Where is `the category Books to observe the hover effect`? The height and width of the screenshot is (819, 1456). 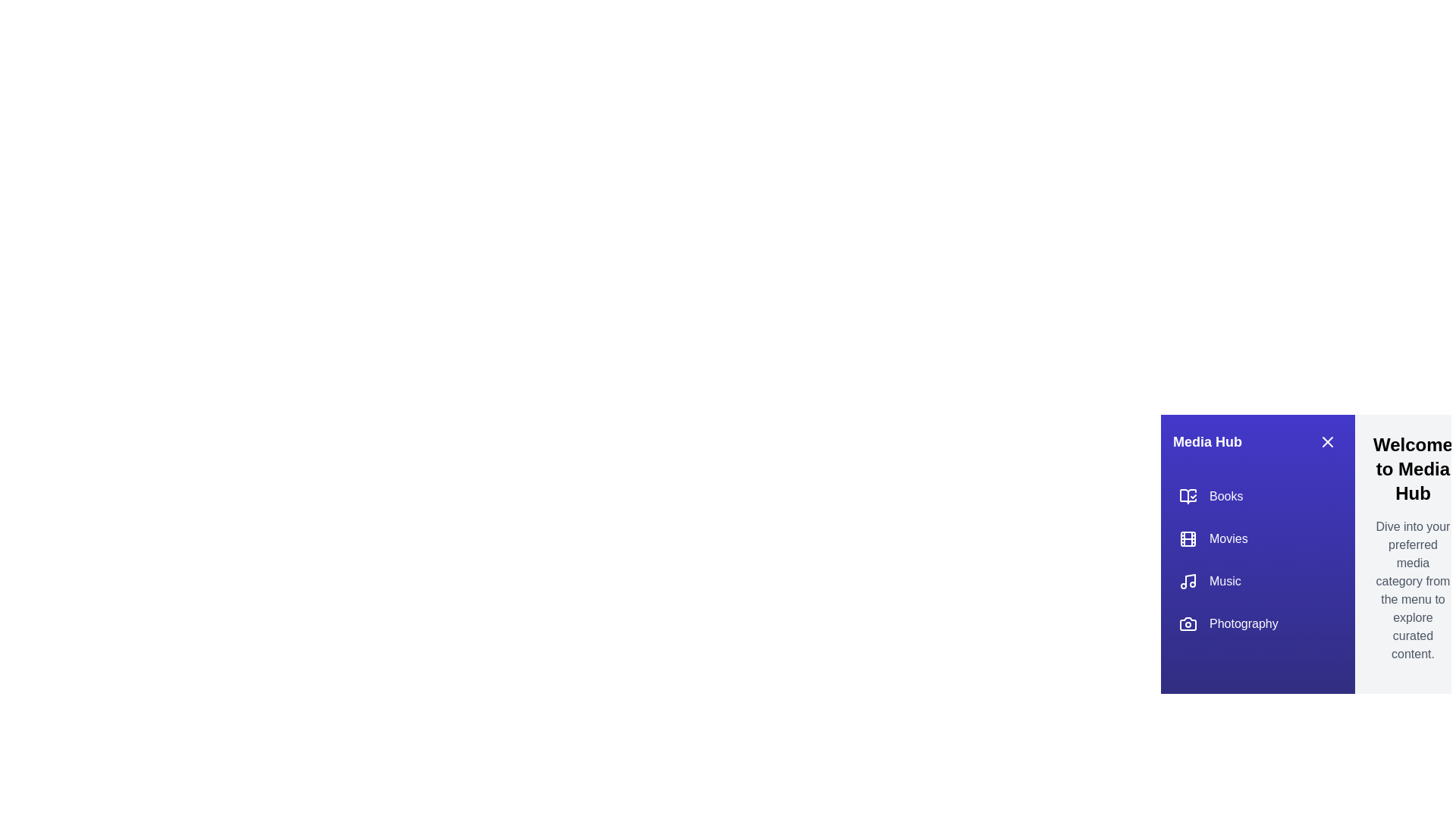
the category Books to observe the hover effect is located at coordinates (1258, 497).